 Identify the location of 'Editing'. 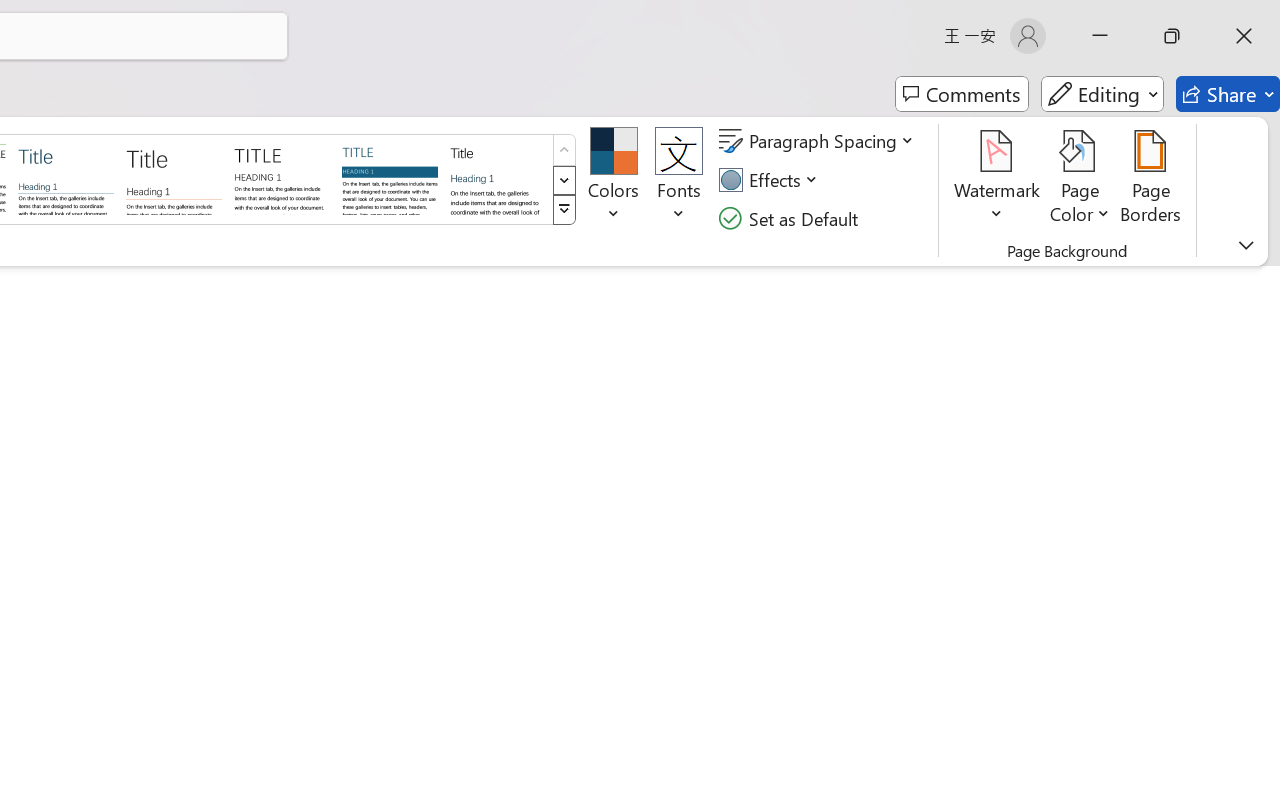
(1101, 94).